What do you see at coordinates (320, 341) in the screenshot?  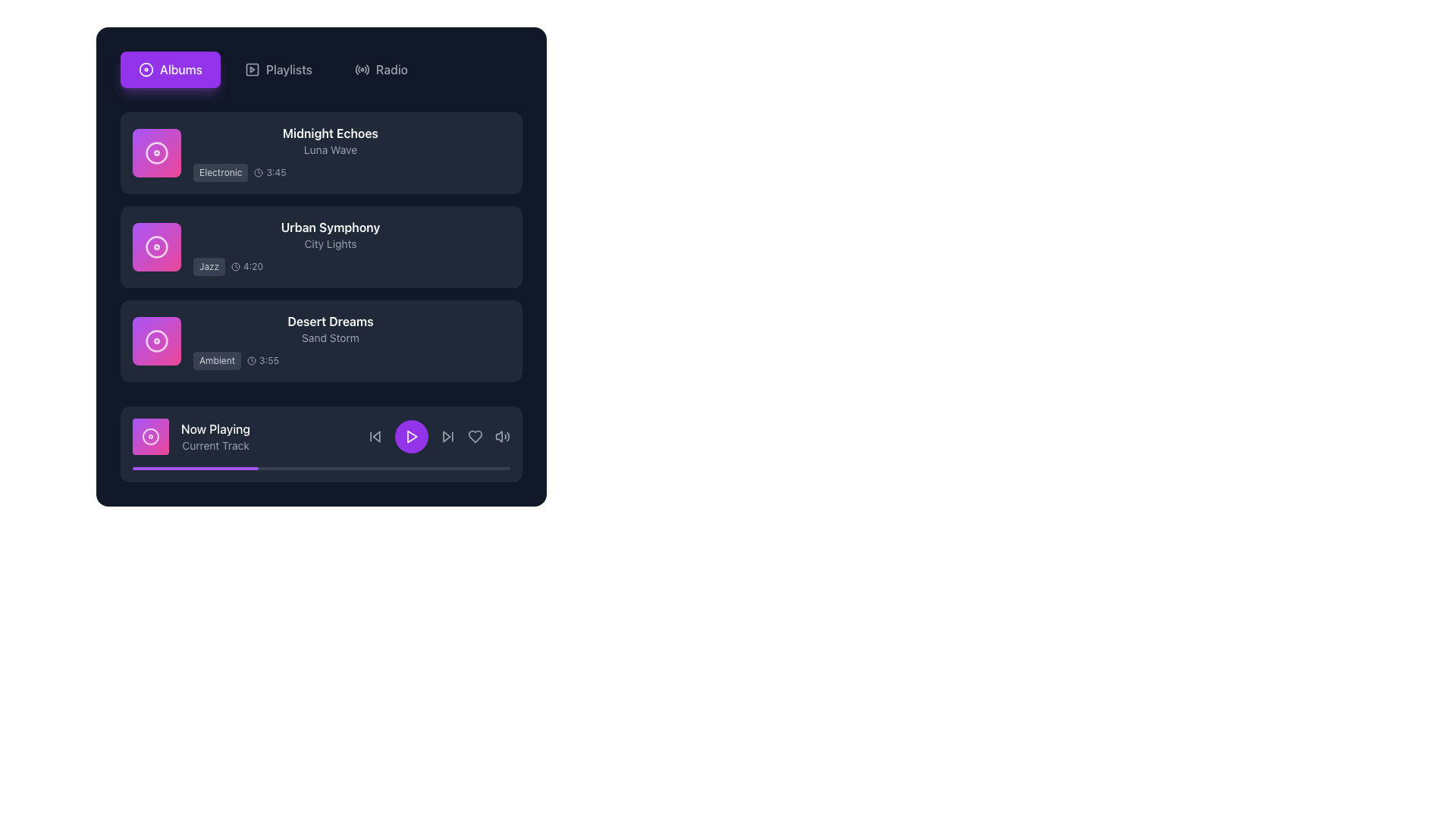 I see `the third card in the Albums section titled 'Desert Dreams'` at bounding box center [320, 341].